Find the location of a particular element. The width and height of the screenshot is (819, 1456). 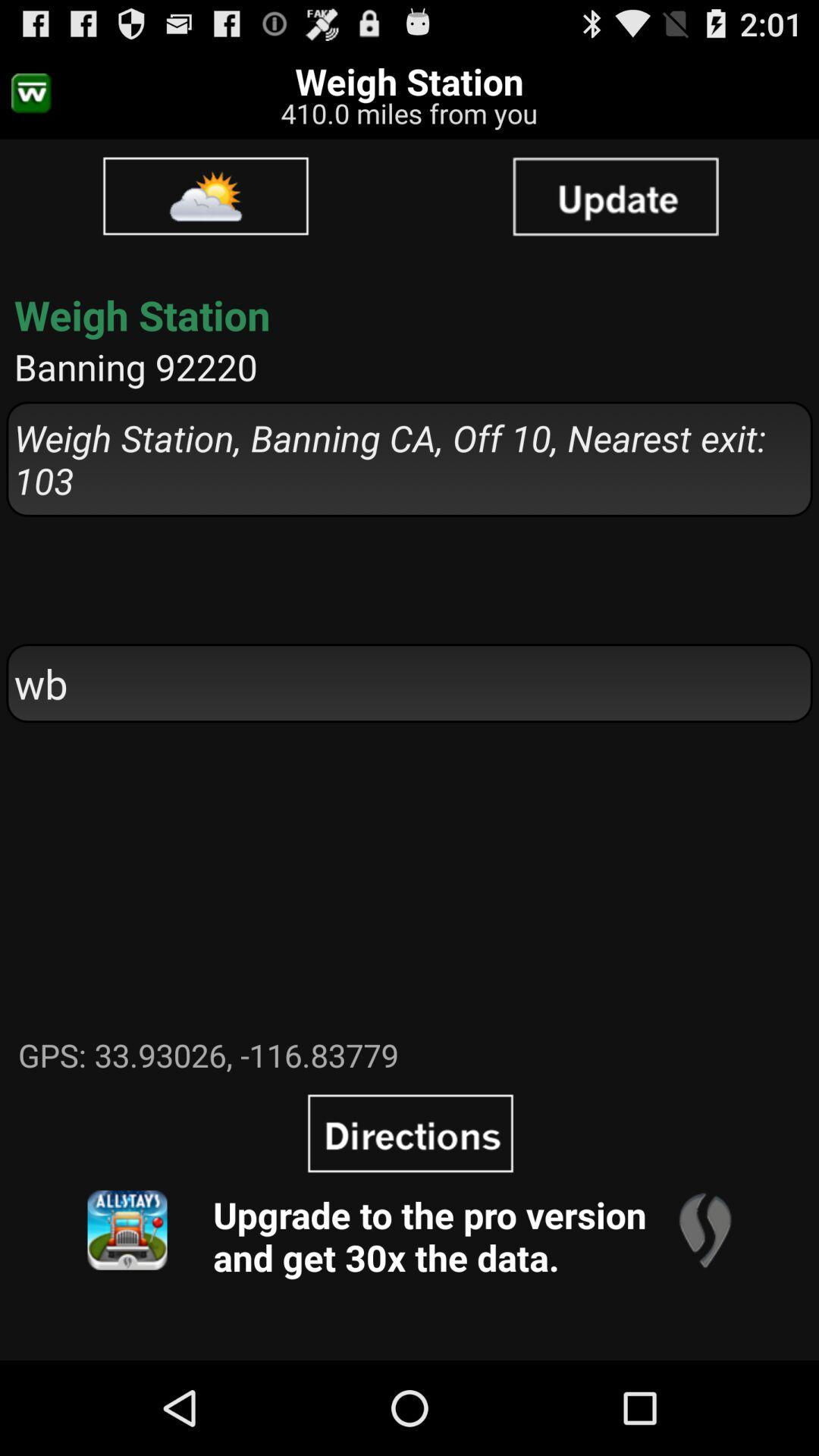

item above weigh station icon is located at coordinates (206, 195).